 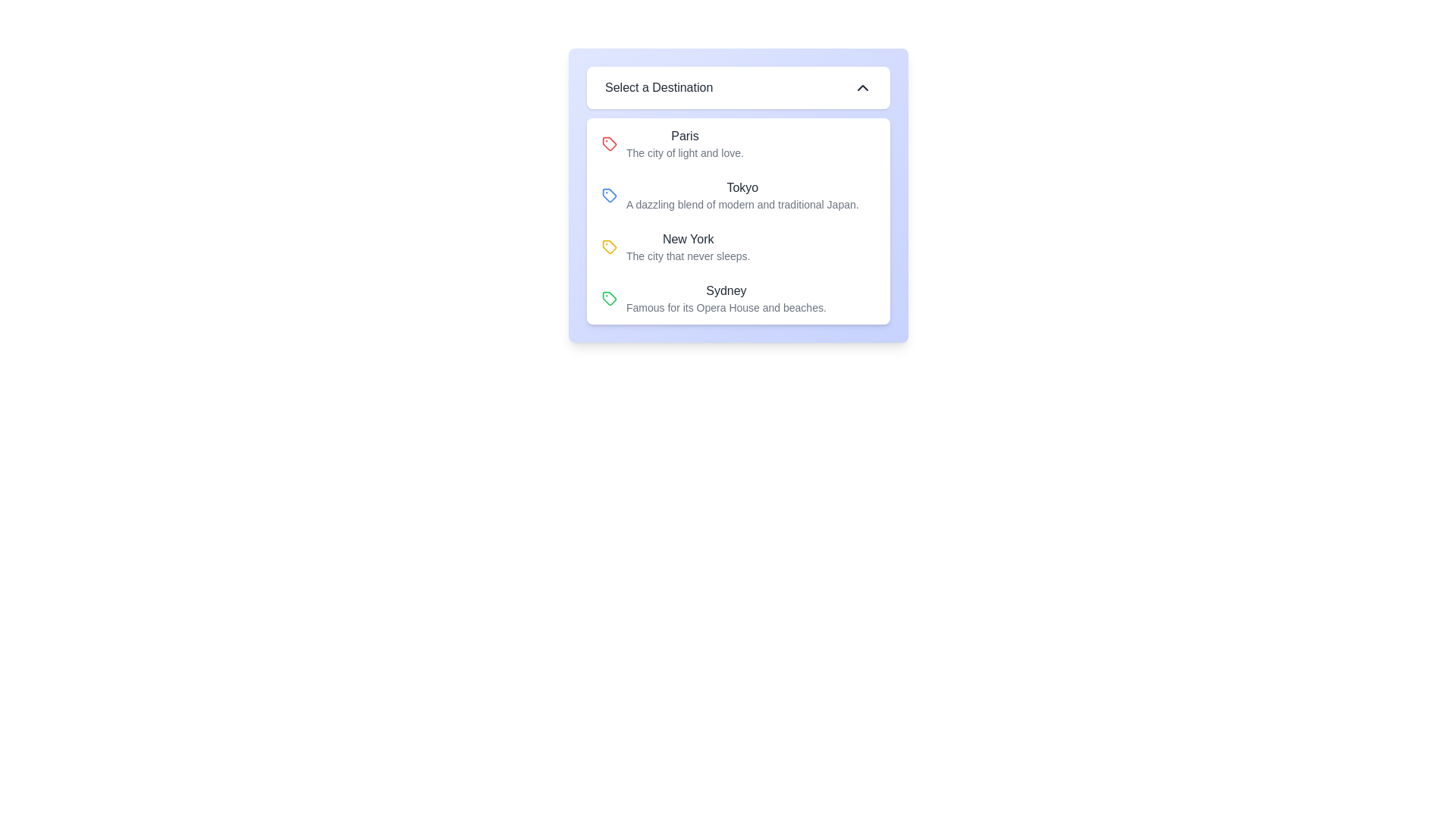 What do you see at coordinates (739, 246) in the screenshot?
I see `the third selectable item` at bounding box center [739, 246].